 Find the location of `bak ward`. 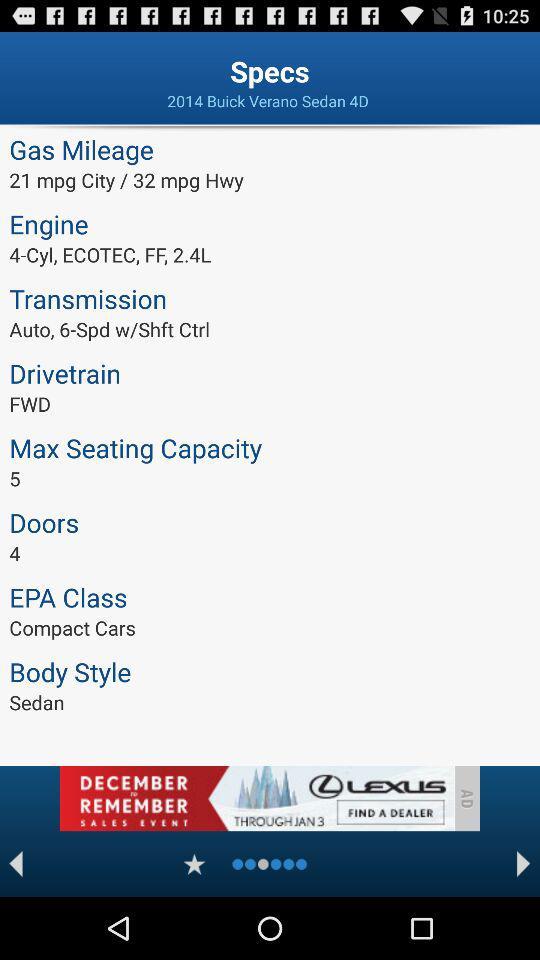

bak ward is located at coordinates (15, 863).